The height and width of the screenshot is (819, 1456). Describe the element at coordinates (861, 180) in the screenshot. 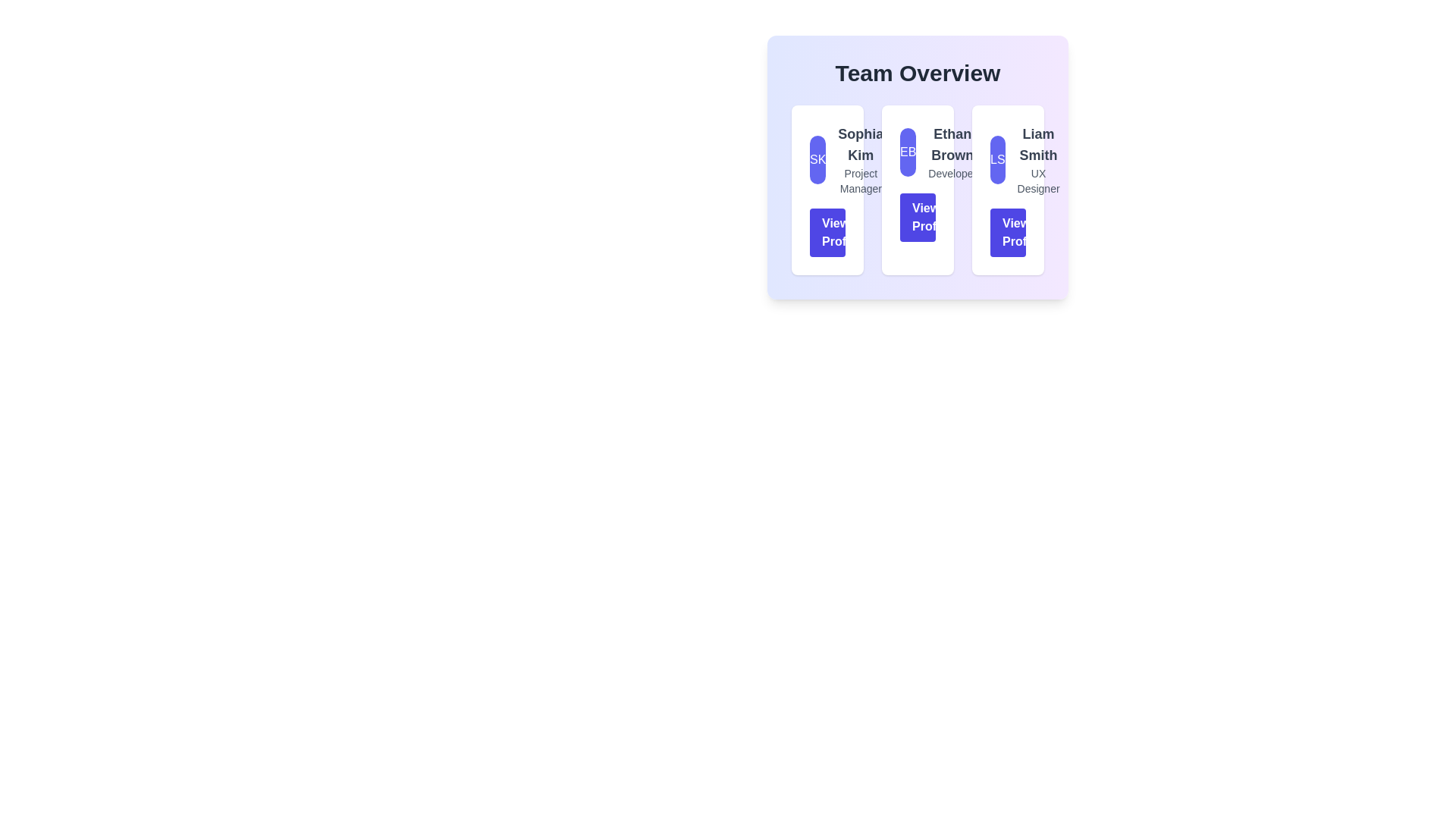

I see `the text label reading 'Project Manager' which is styled in a small gray font and located beneath the name 'Sophia Kim' in the first column of the 'Team Overview' layout` at that location.